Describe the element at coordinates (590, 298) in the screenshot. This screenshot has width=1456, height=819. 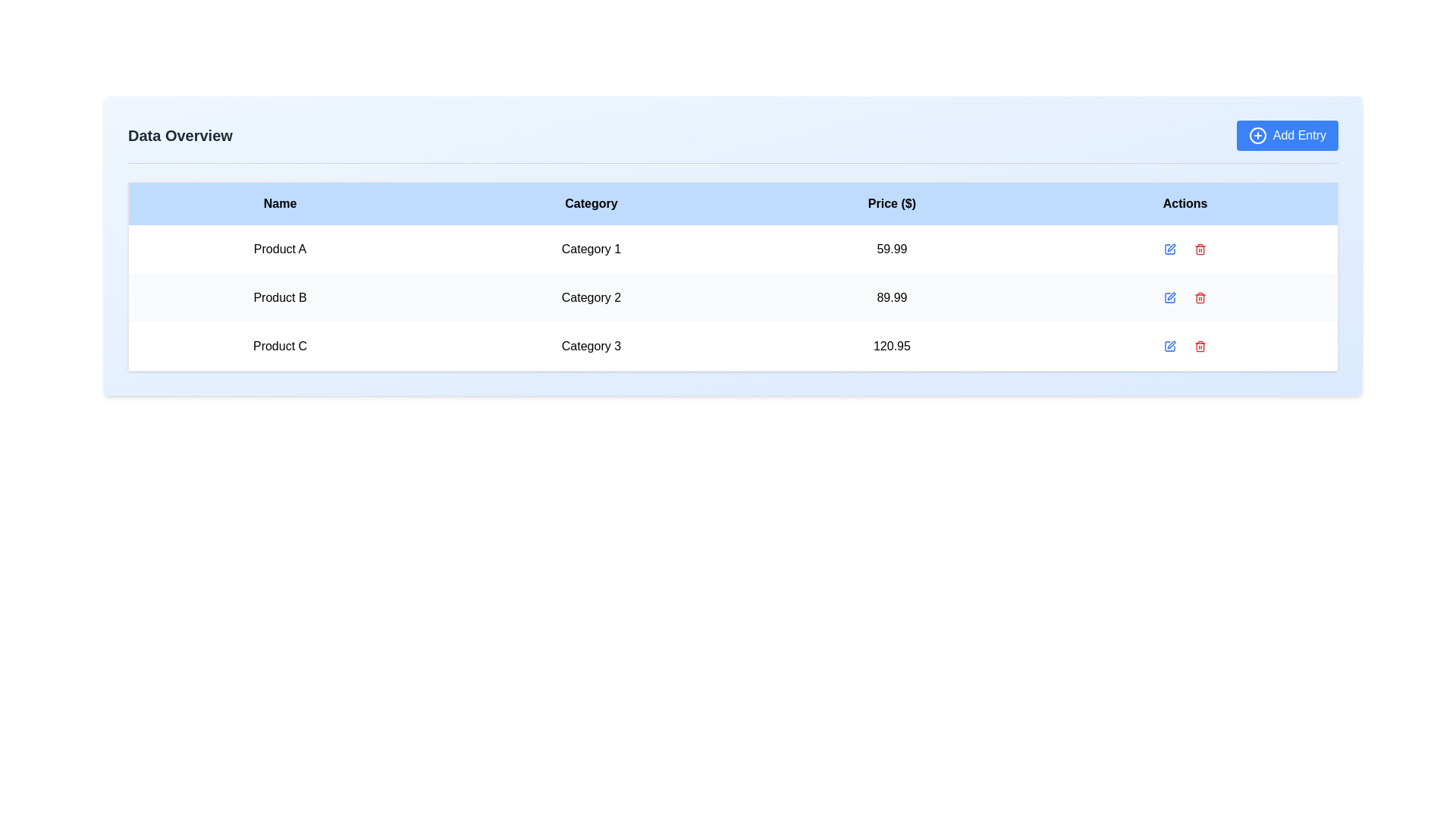
I see `the static text label displaying 'Category 2' located in the 'Category' column of the table corresponding to 'Product B'` at that location.